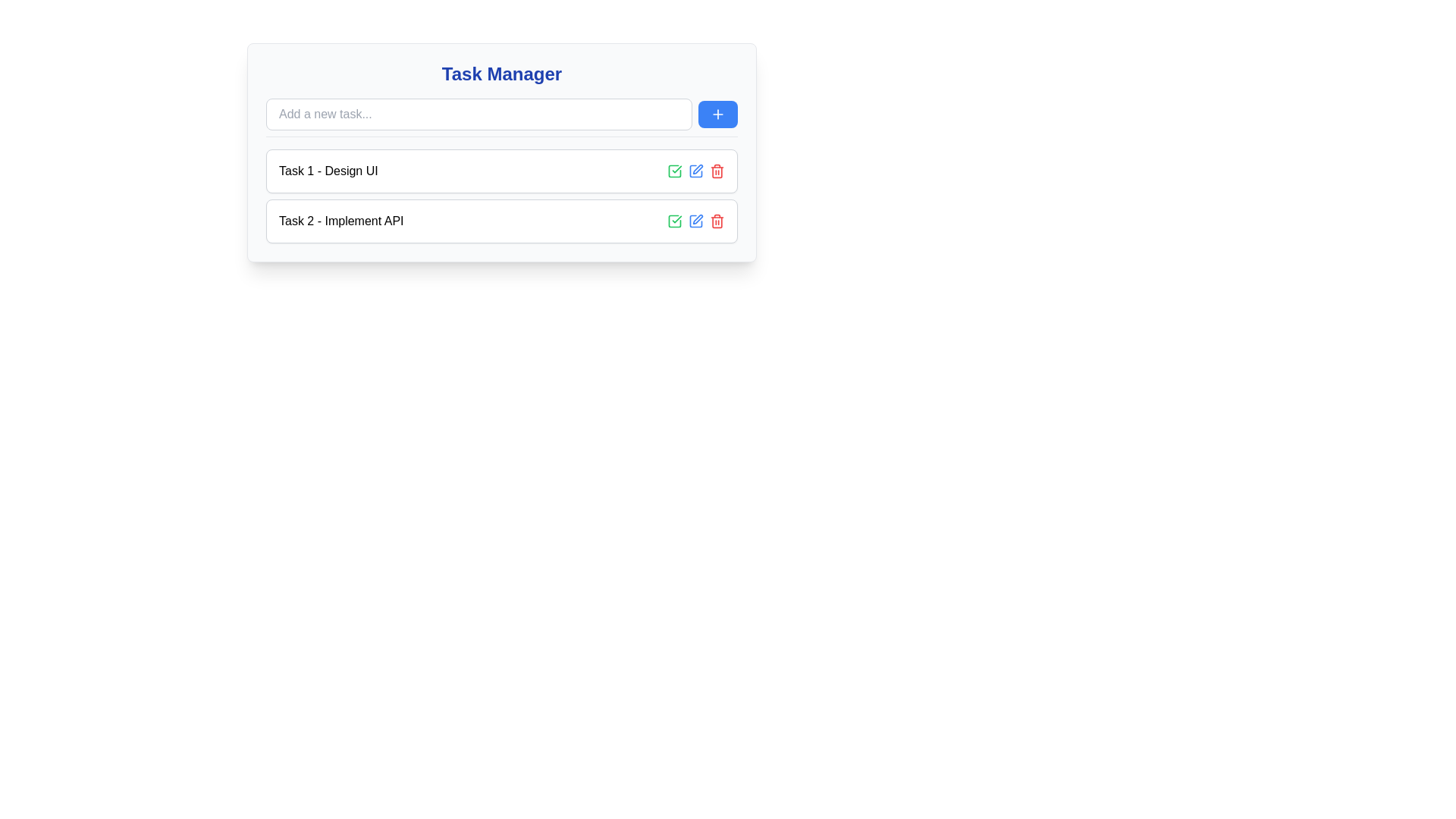 The height and width of the screenshot is (819, 1456). Describe the element at coordinates (717, 113) in the screenshot. I see `the 'Add' button located to the right of the 'Add a new task...' input box` at that location.